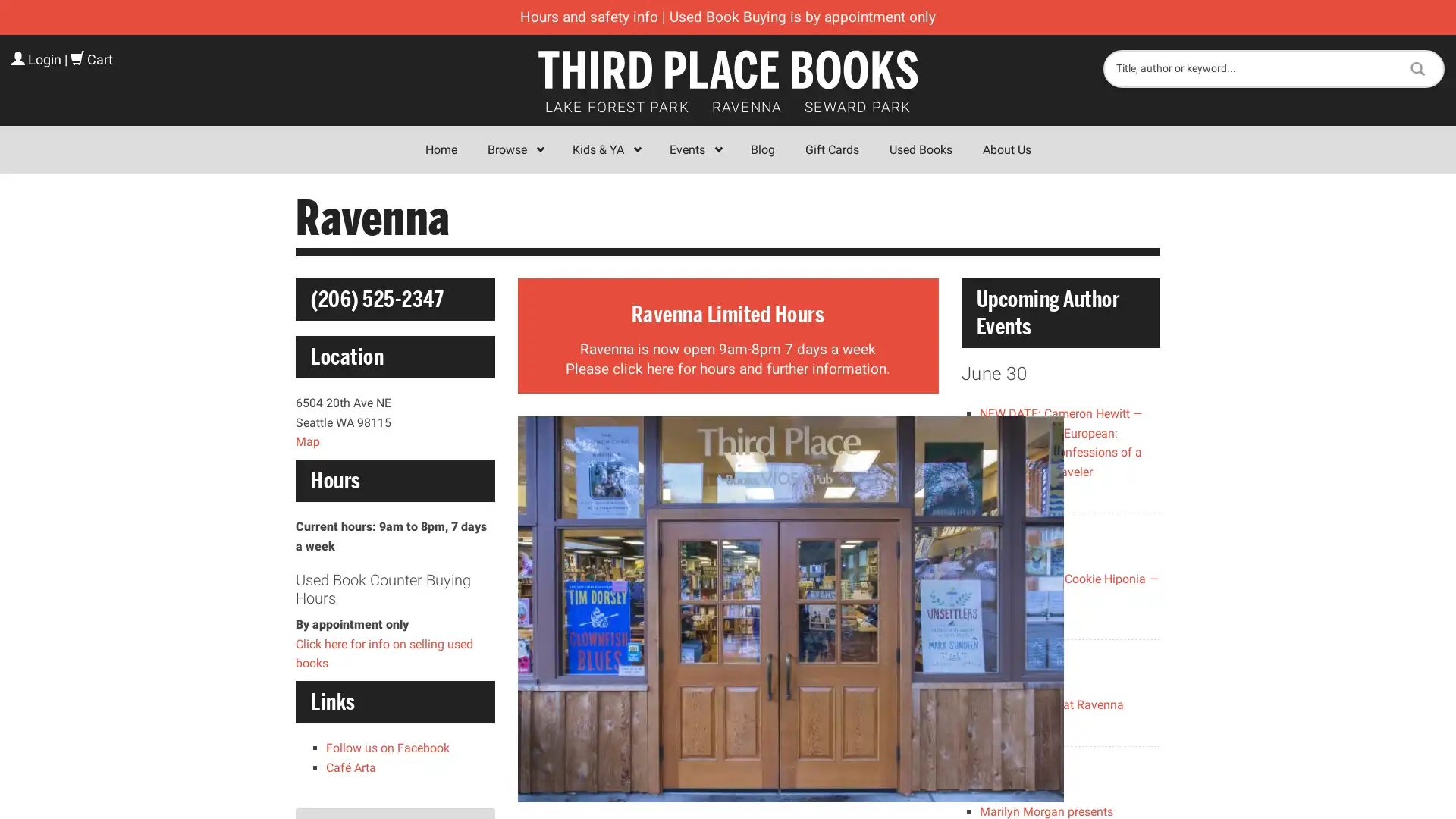 This screenshot has height=819, width=1456. What do you see at coordinates (728, 564) in the screenshot?
I see `Sign Up!` at bounding box center [728, 564].